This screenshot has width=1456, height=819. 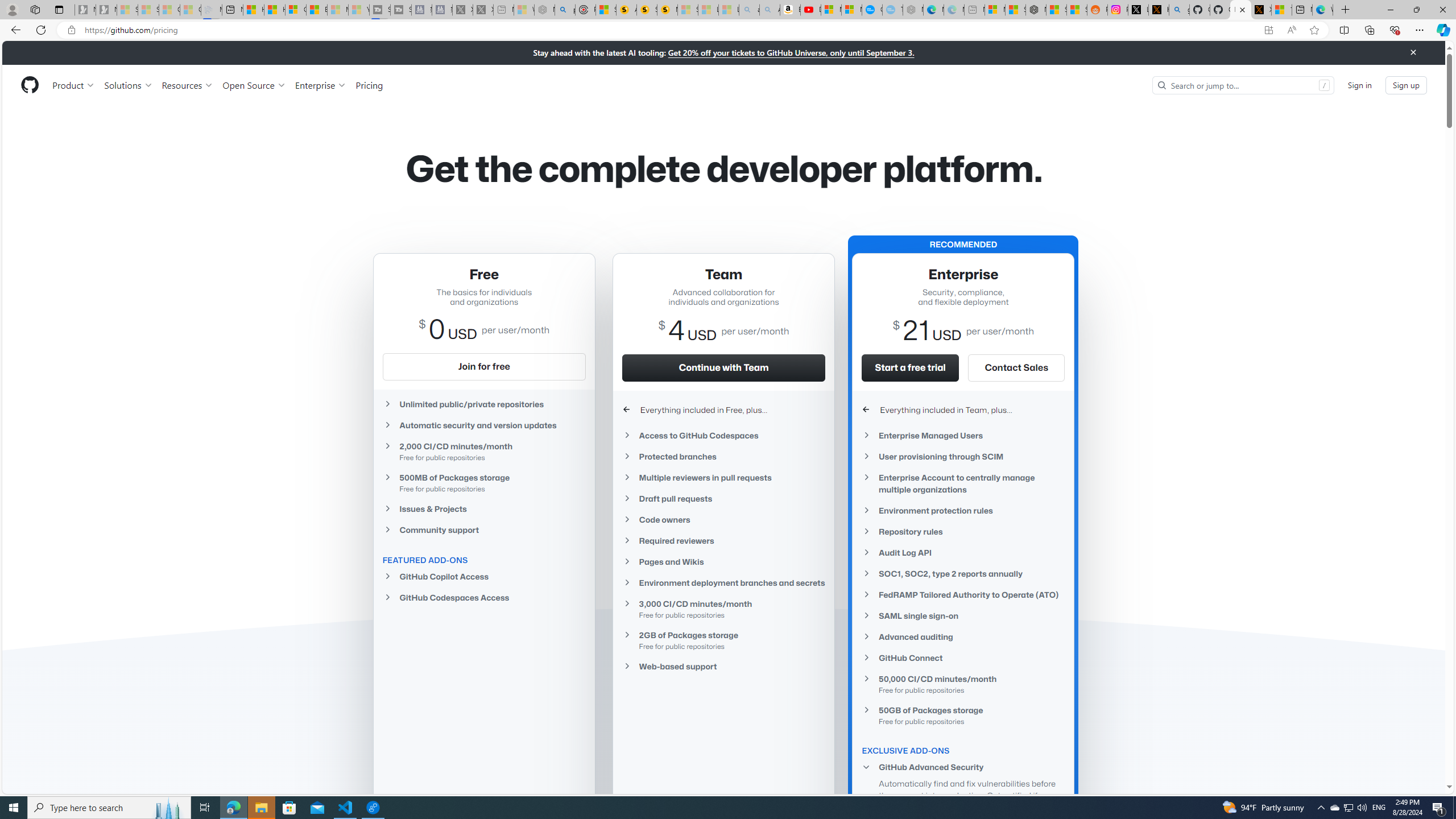 What do you see at coordinates (482, 403) in the screenshot?
I see `'Unlimited public/private repositories'` at bounding box center [482, 403].